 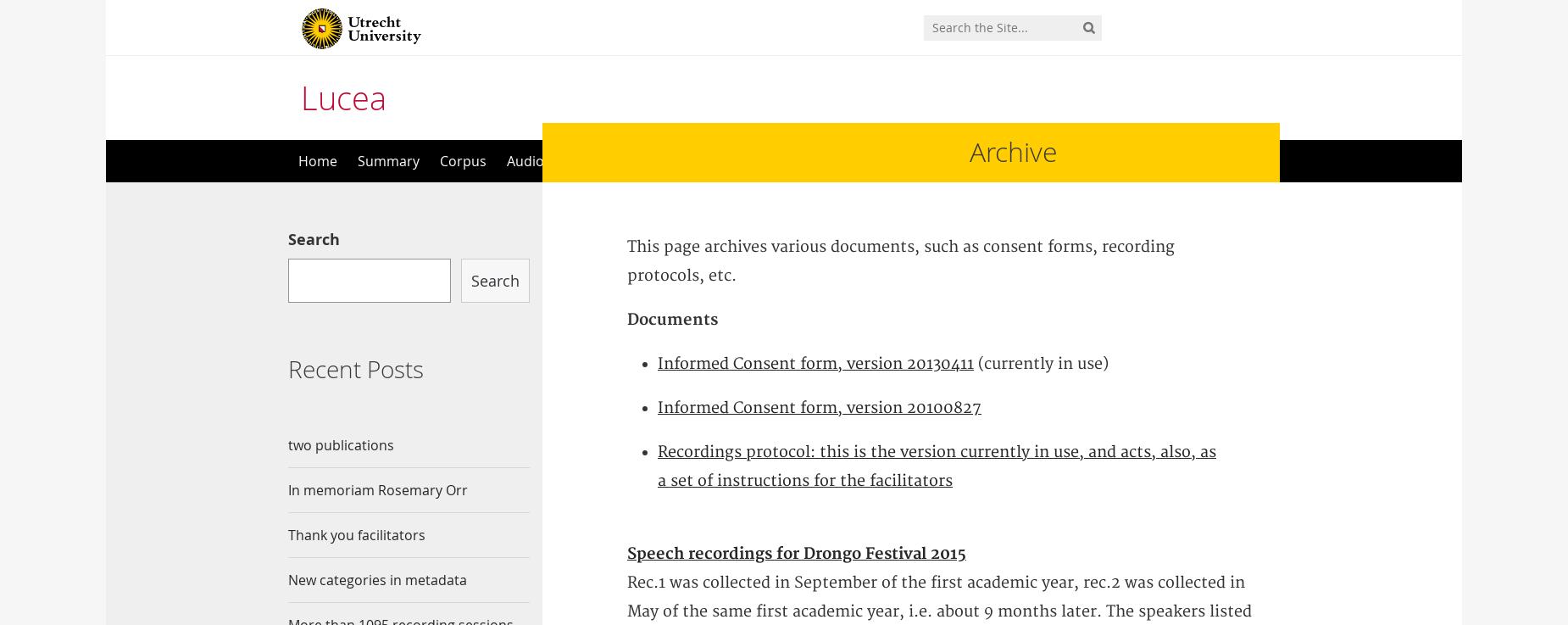 What do you see at coordinates (900, 261) in the screenshot?
I see `'This page archives various documents, such as consent forms, recording protocols, etc.'` at bounding box center [900, 261].